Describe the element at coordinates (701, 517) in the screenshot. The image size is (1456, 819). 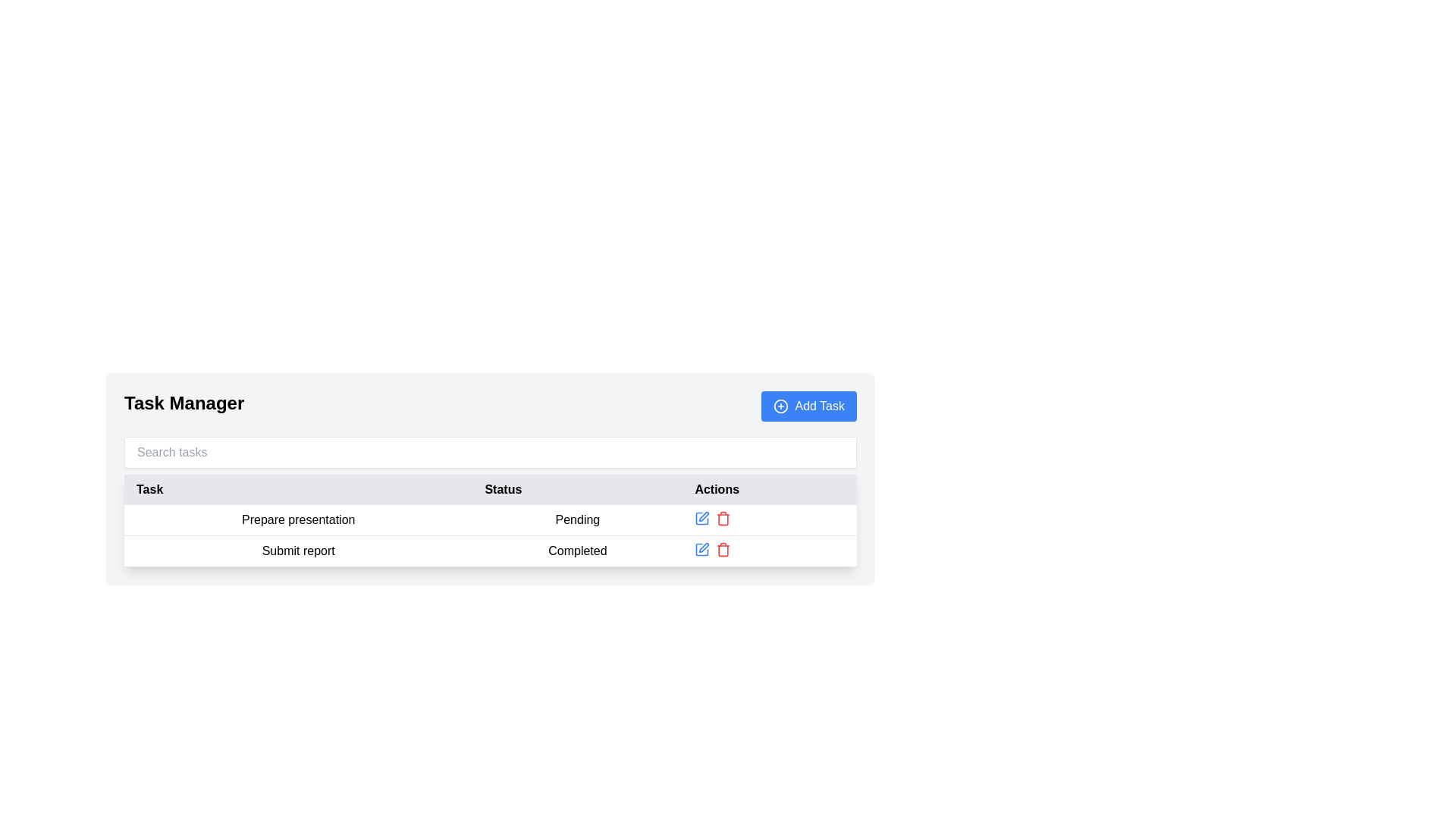
I see `the clickable icon located in the 'Actions' column of the 'Prepare presentation' row, positioned to the left of the red trash icon` at that location.